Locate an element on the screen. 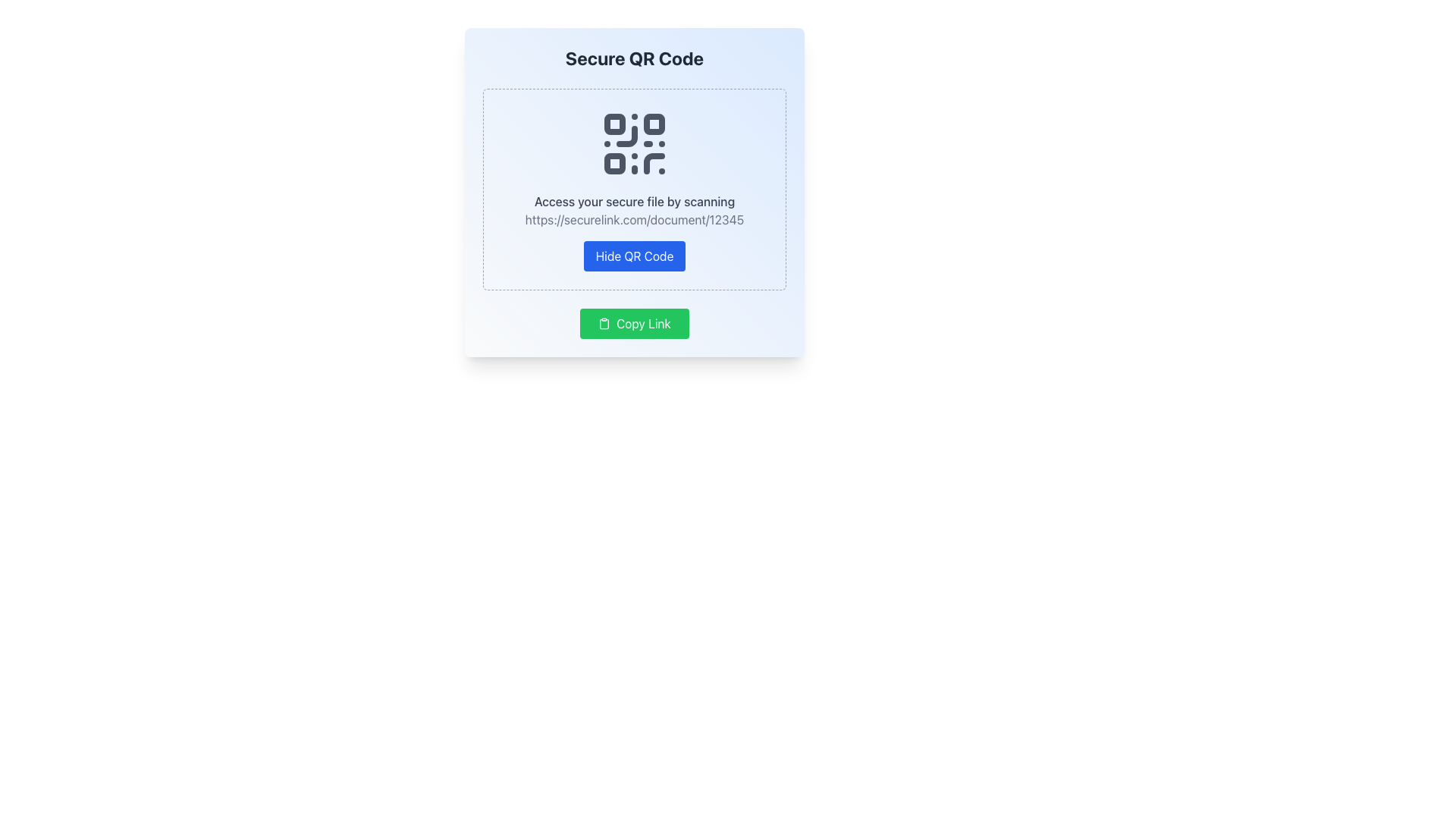 The image size is (1456, 819). the Static URL text element located beneath 'Access your secure file by scanning', which serves as a clickable link is located at coordinates (634, 219).